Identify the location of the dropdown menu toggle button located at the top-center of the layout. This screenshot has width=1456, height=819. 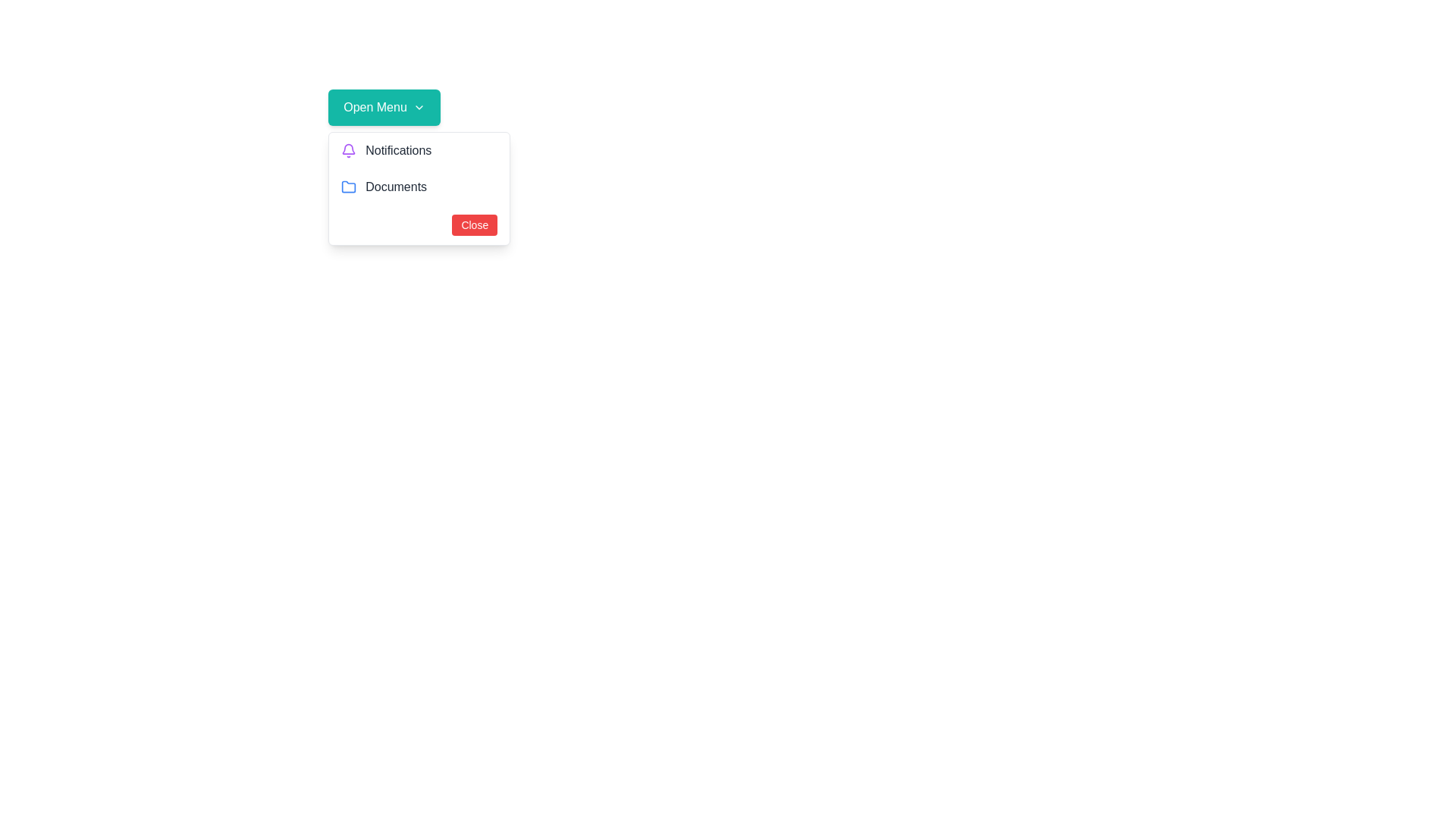
(384, 107).